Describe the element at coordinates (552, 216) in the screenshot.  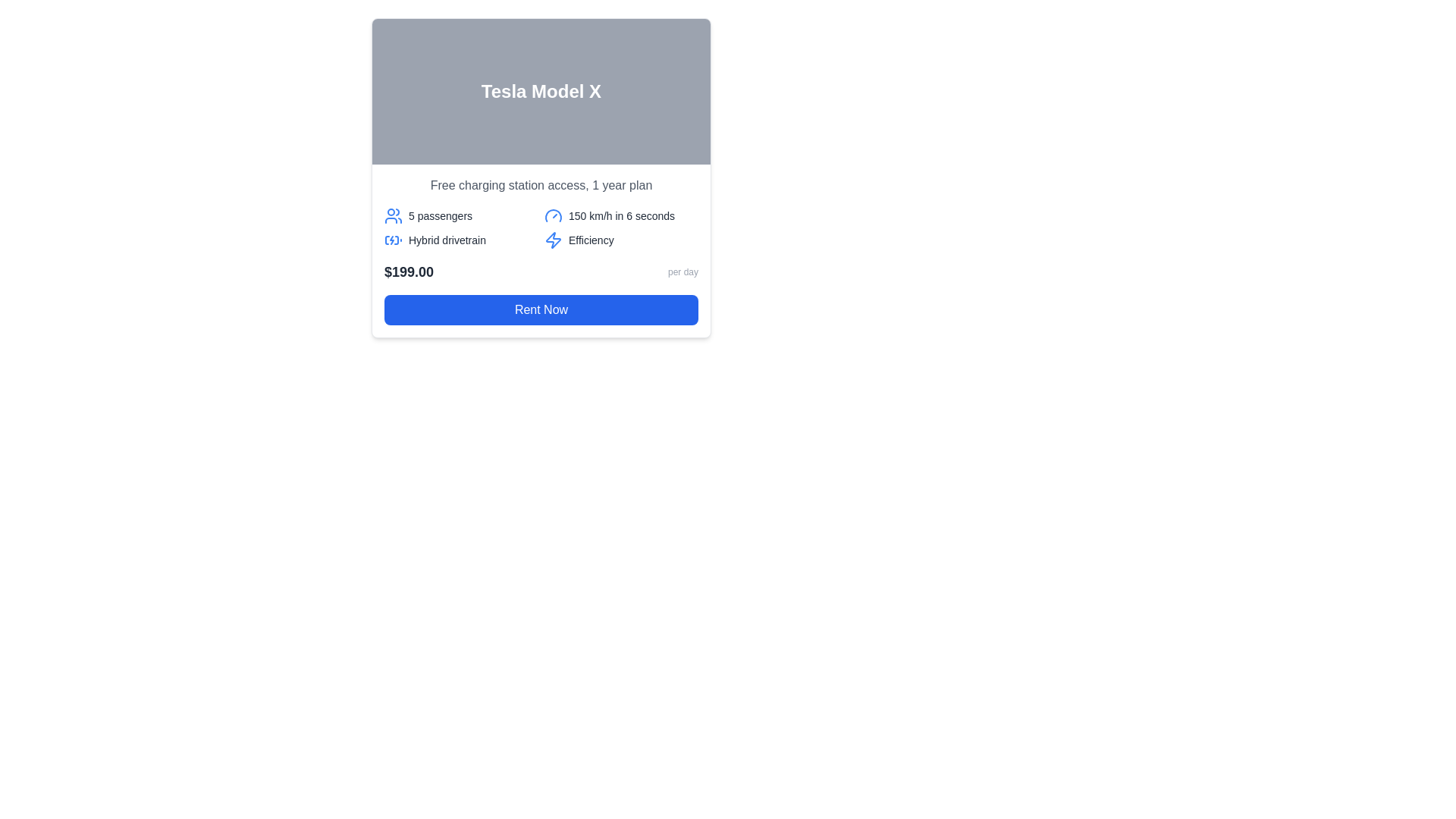
I see `the speed graphical icon located in the middle section of the card layout` at that location.